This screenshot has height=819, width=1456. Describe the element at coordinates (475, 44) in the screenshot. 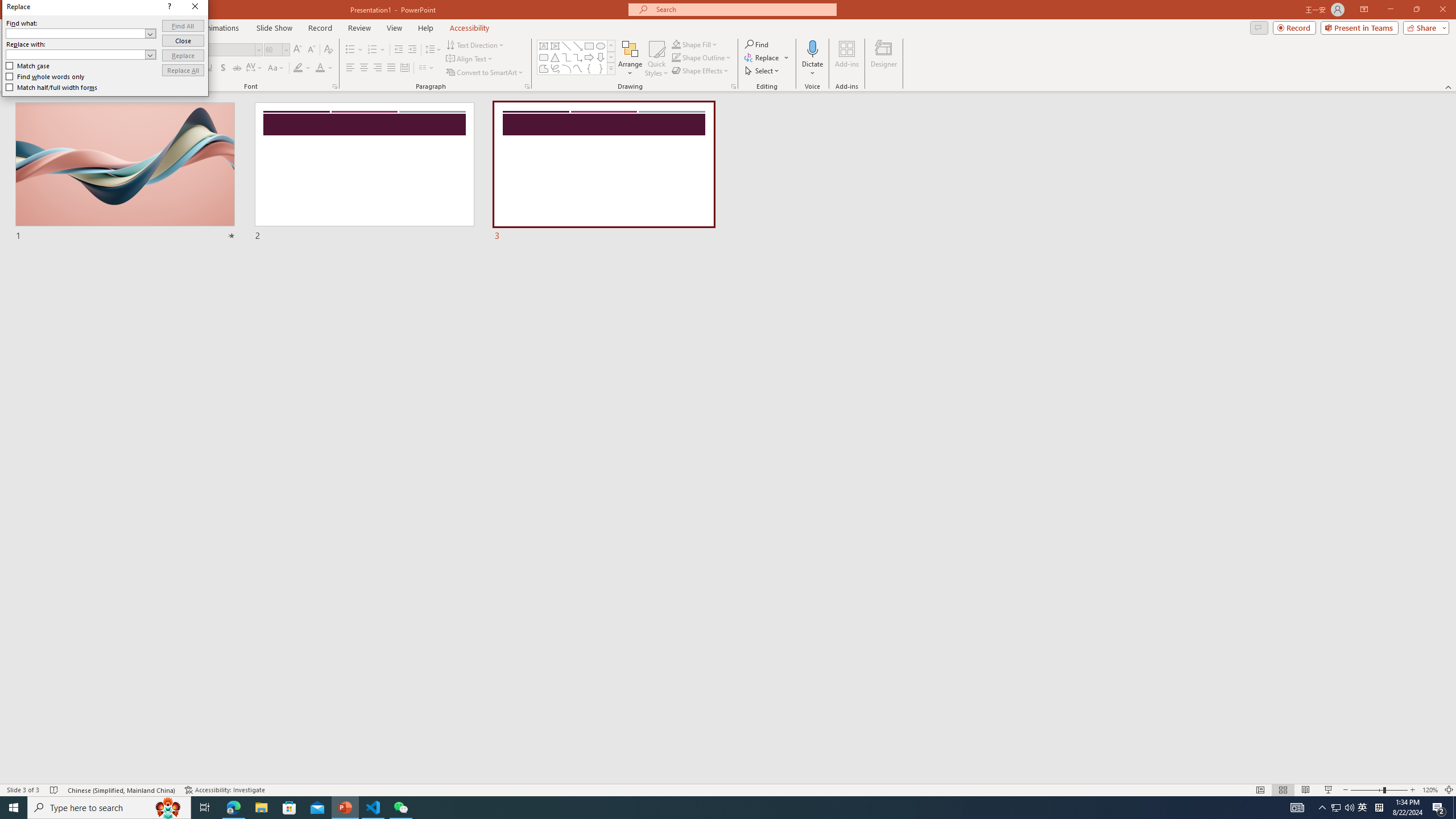

I see `'Text Direction'` at that location.